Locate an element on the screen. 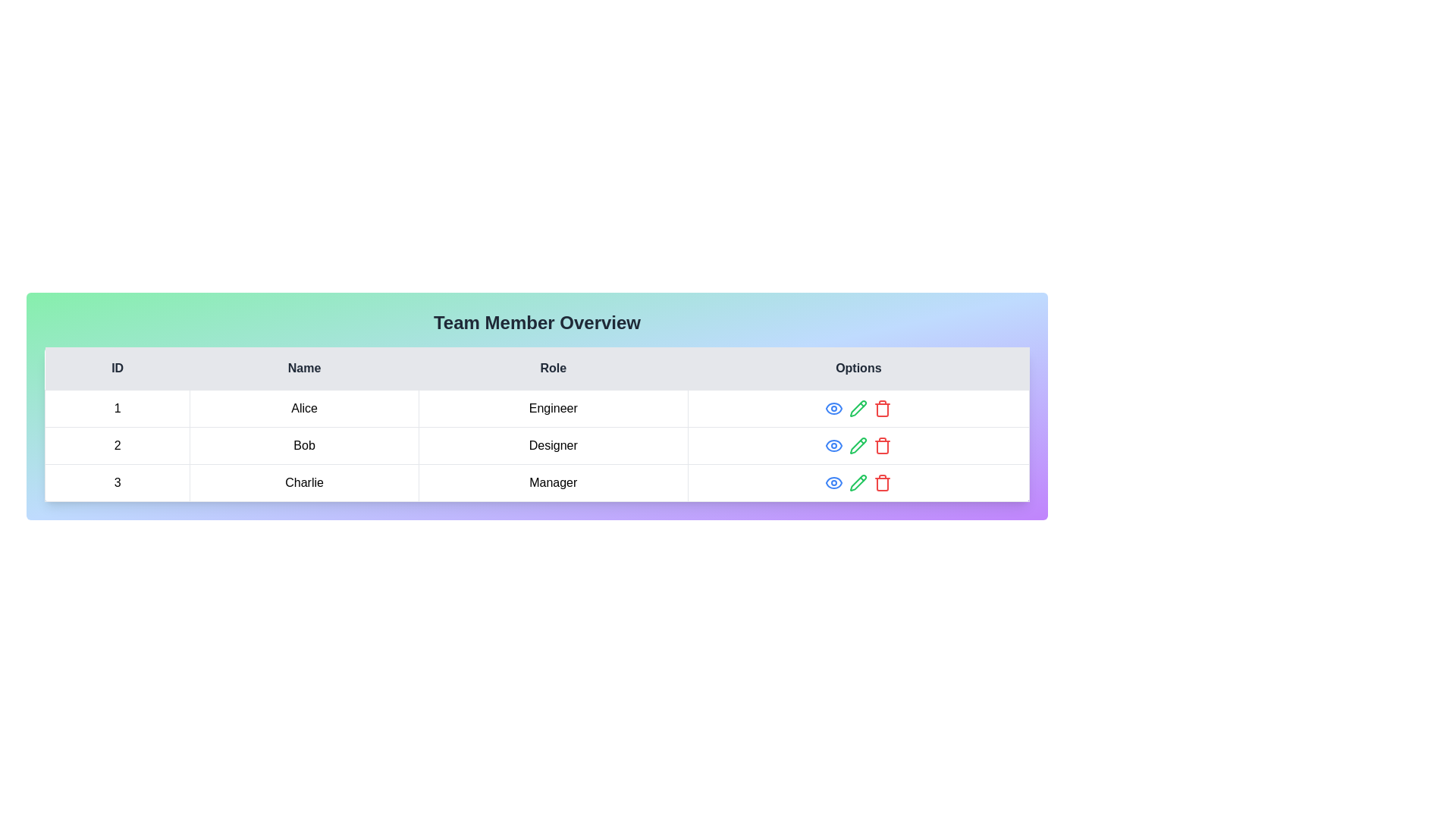 The height and width of the screenshot is (819, 1456). the row corresponding to 2 is located at coordinates (537, 444).